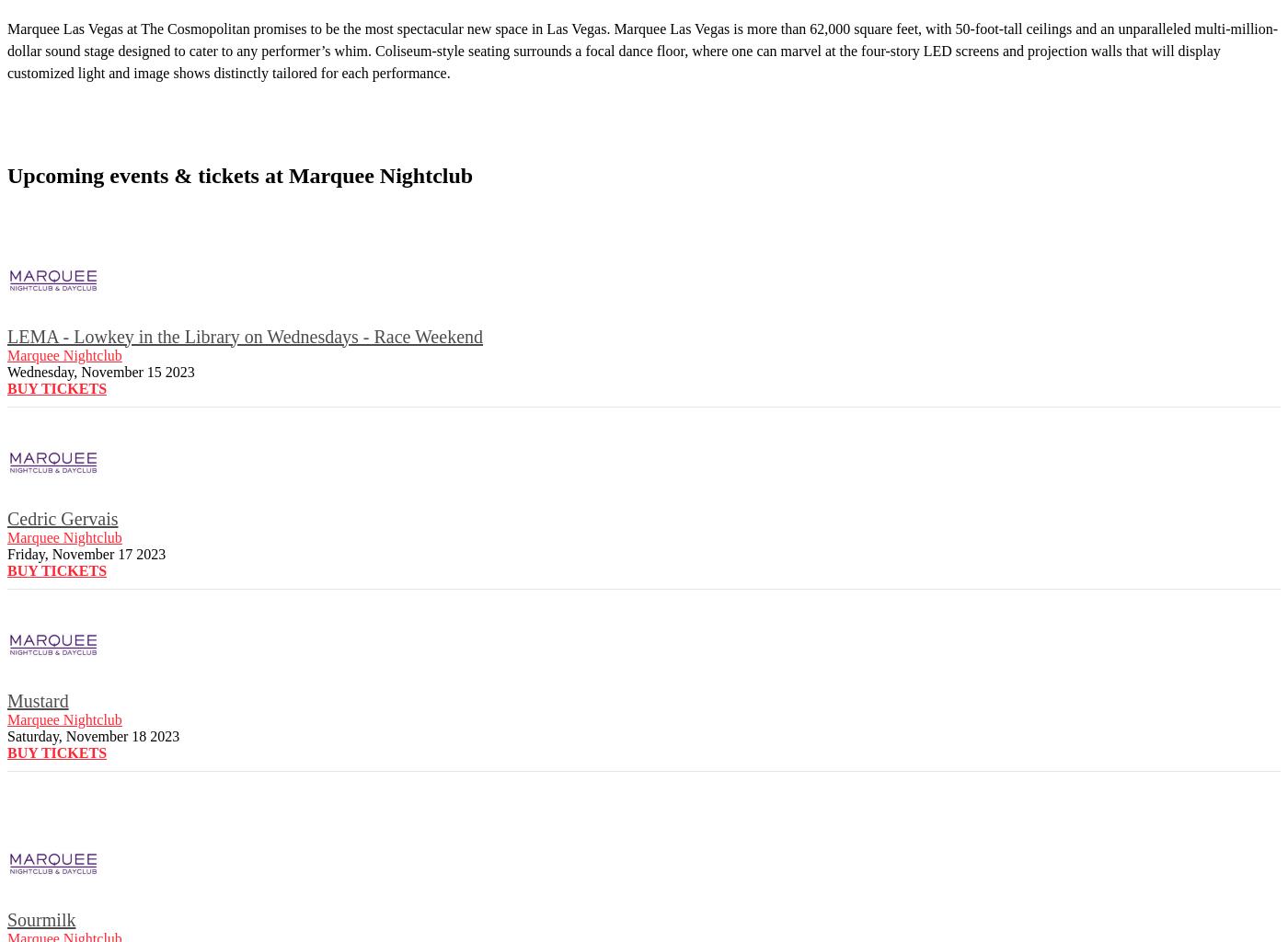 This screenshot has height=942, width=1288. What do you see at coordinates (93, 735) in the screenshot?
I see `'Saturday, November 18 2023'` at bounding box center [93, 735].